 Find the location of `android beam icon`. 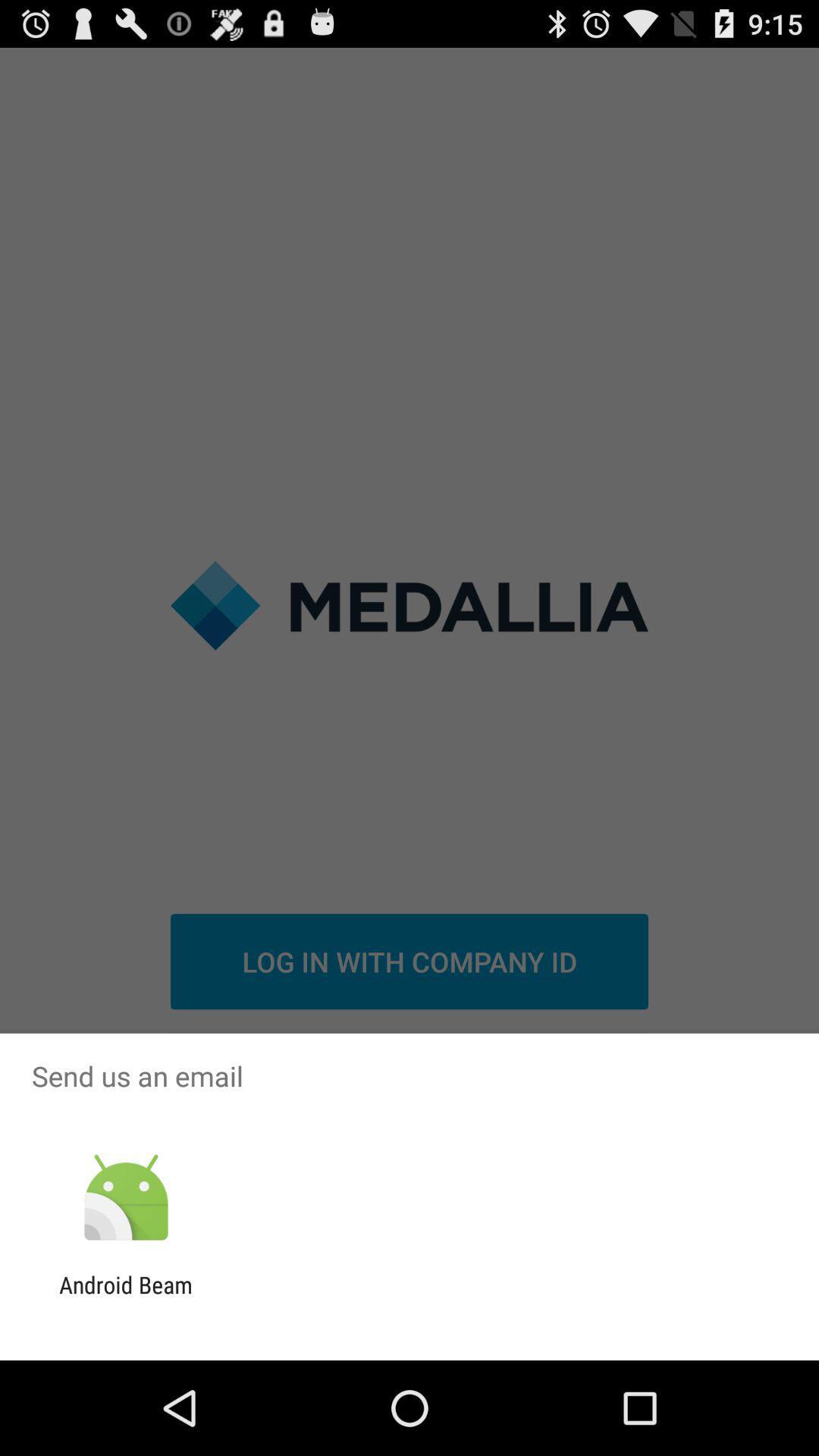

android beam icon is located at coordinates (125, 1298).